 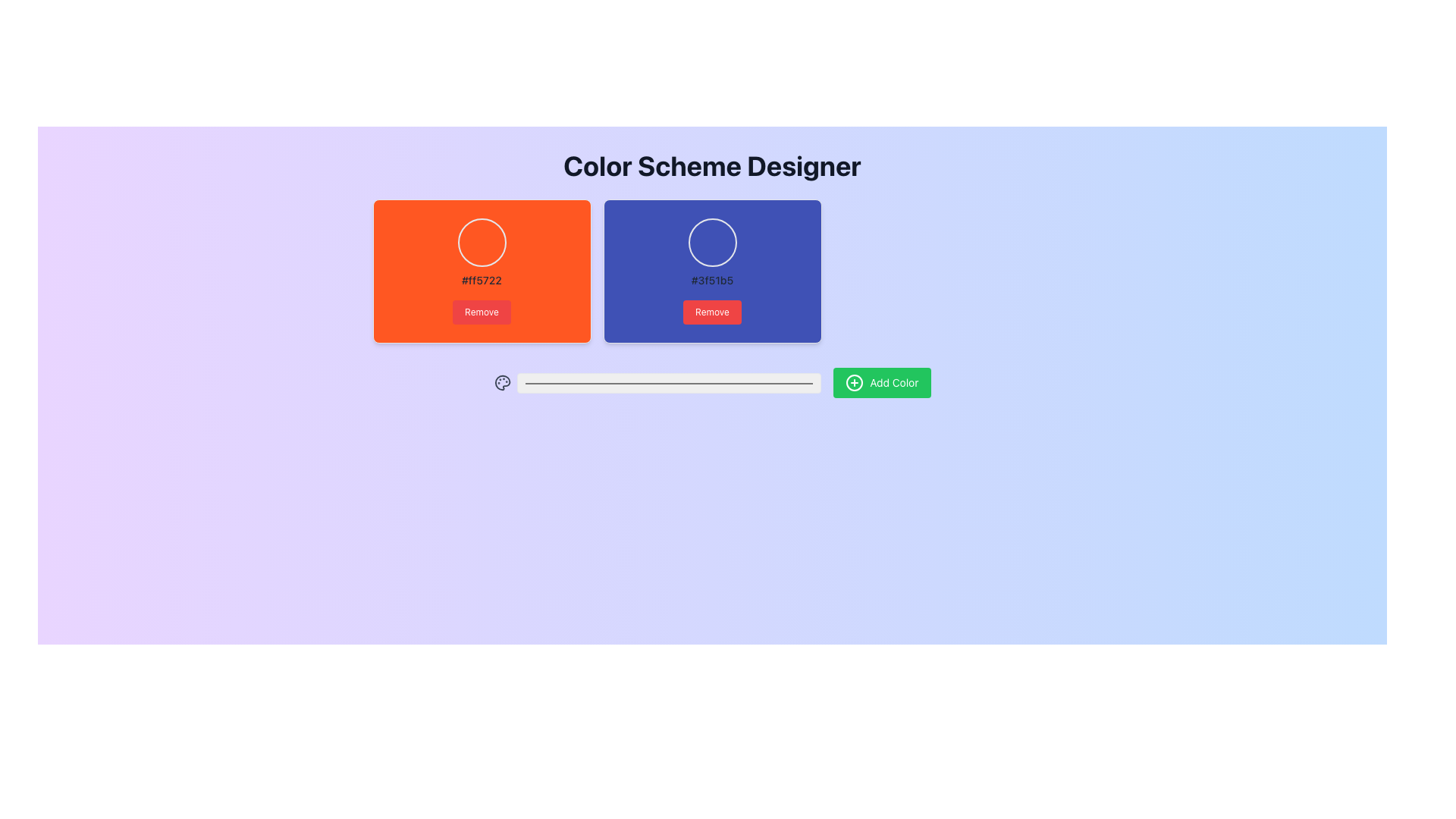 What do you see at coordinates (502, 382) in the screenshot?
I see `the small palette-like icon that appears near the color input field, which resembles a classic artist's palette and is located to the left of the color input field in the 'colorPicker' group` at bounding box center [502, 382].